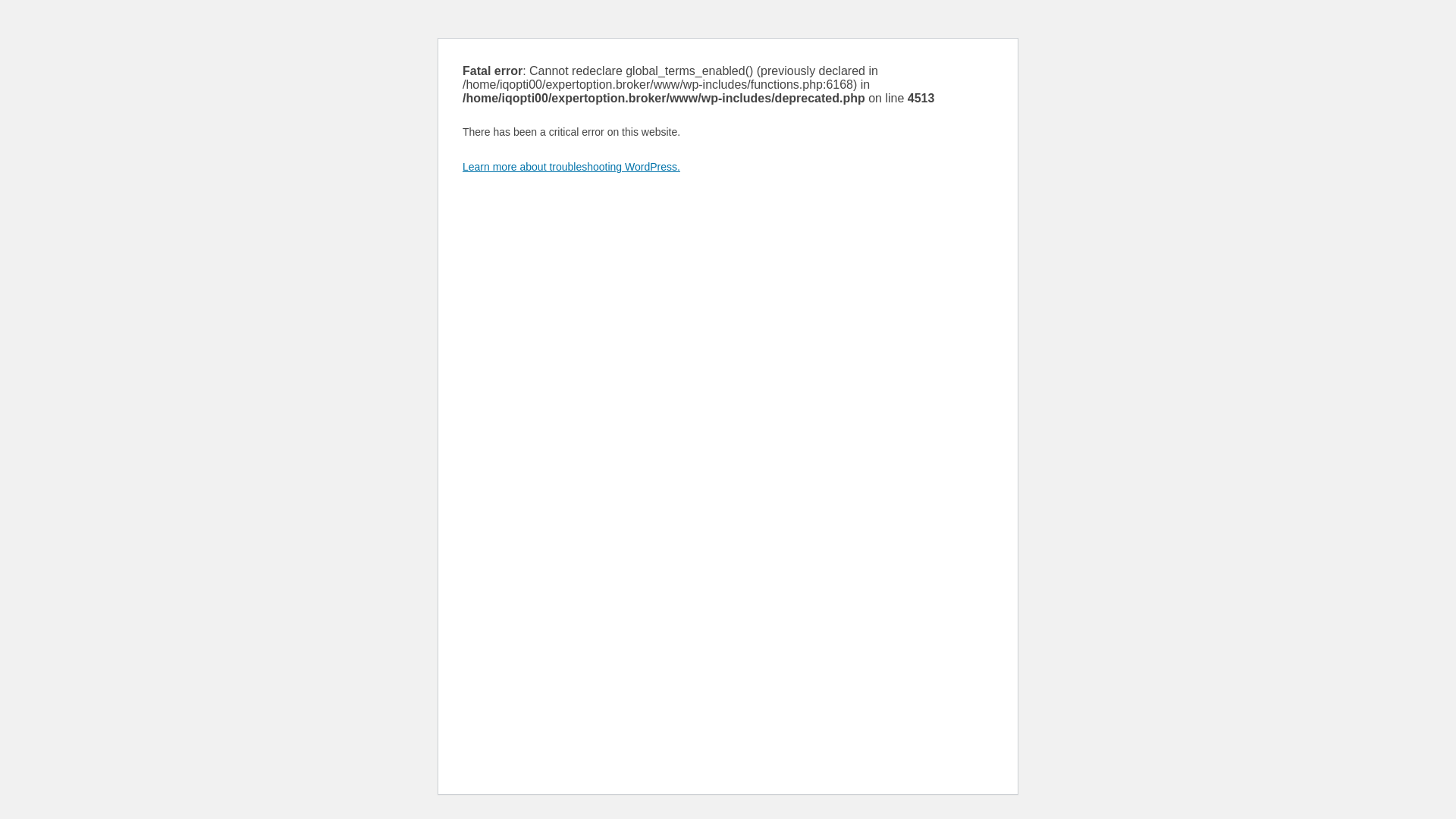  What do you see at coordinates (570, 166) in the screenshot?
I see `'Learn more about troubleshooting WordPress.'` at bounding box center [570, 166].